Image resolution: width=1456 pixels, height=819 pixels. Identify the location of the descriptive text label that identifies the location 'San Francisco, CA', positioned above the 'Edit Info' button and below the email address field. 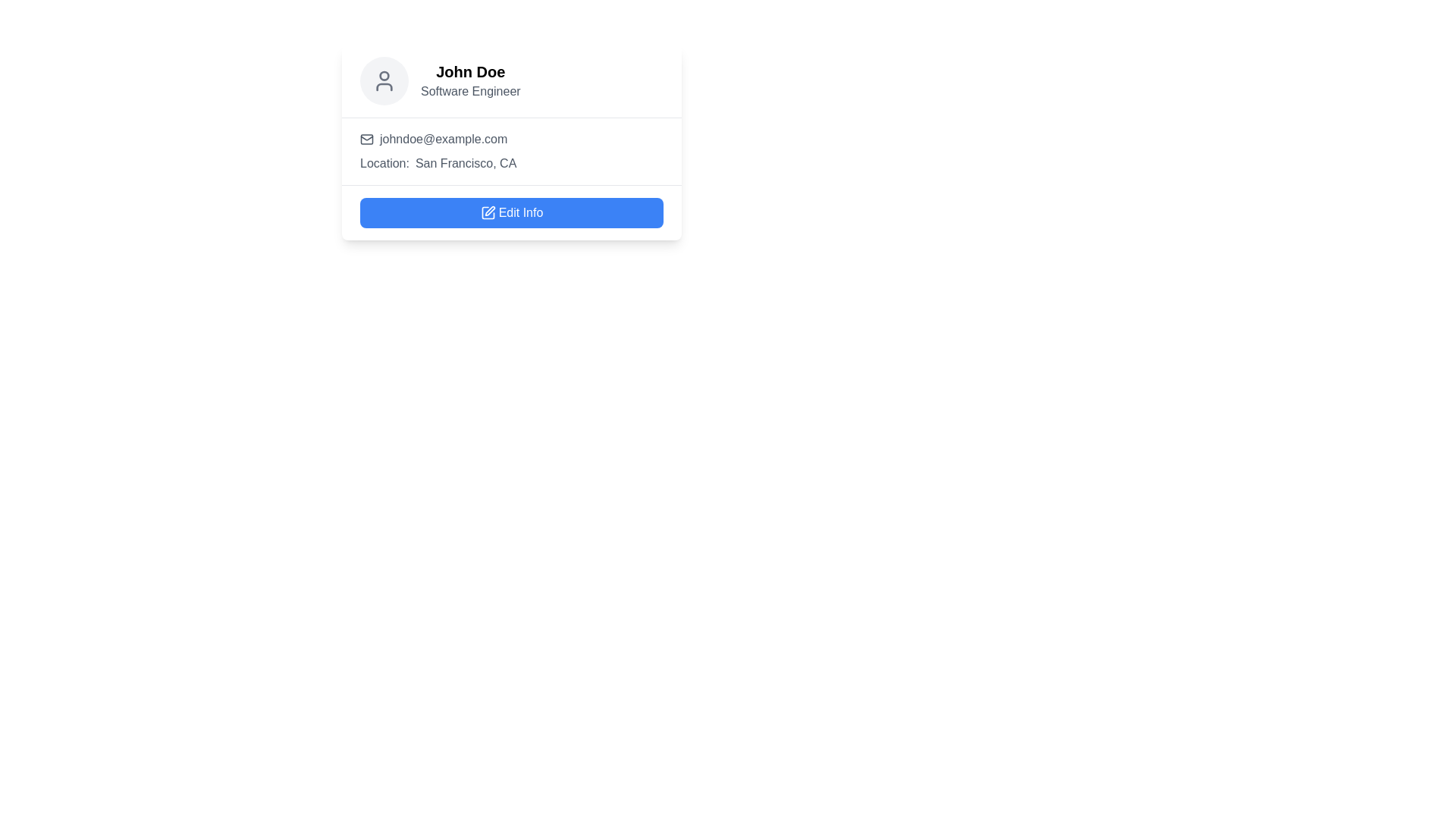
(384, 164).